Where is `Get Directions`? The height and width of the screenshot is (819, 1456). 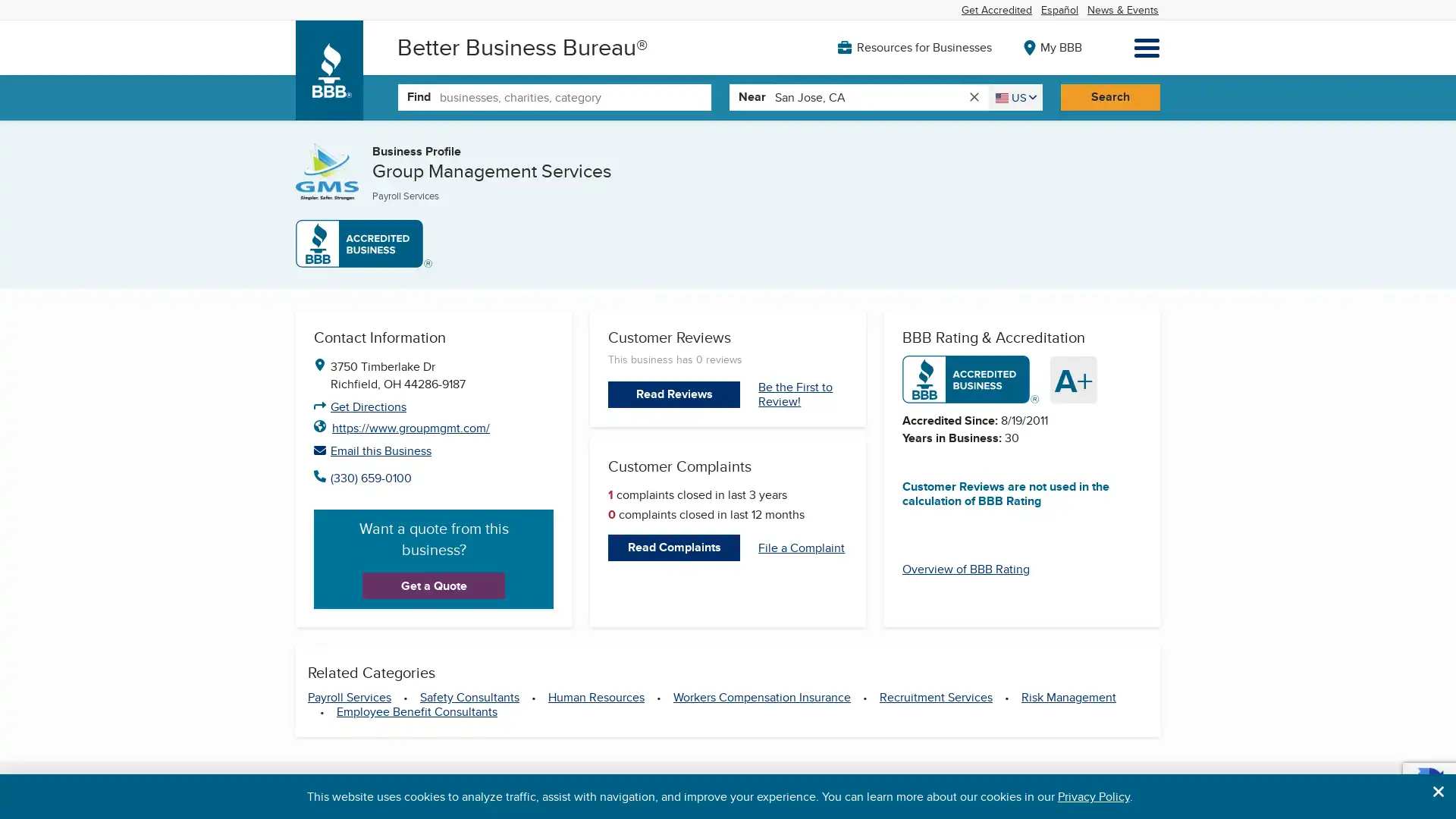
Get Directions is located at coordinates (368, 406).